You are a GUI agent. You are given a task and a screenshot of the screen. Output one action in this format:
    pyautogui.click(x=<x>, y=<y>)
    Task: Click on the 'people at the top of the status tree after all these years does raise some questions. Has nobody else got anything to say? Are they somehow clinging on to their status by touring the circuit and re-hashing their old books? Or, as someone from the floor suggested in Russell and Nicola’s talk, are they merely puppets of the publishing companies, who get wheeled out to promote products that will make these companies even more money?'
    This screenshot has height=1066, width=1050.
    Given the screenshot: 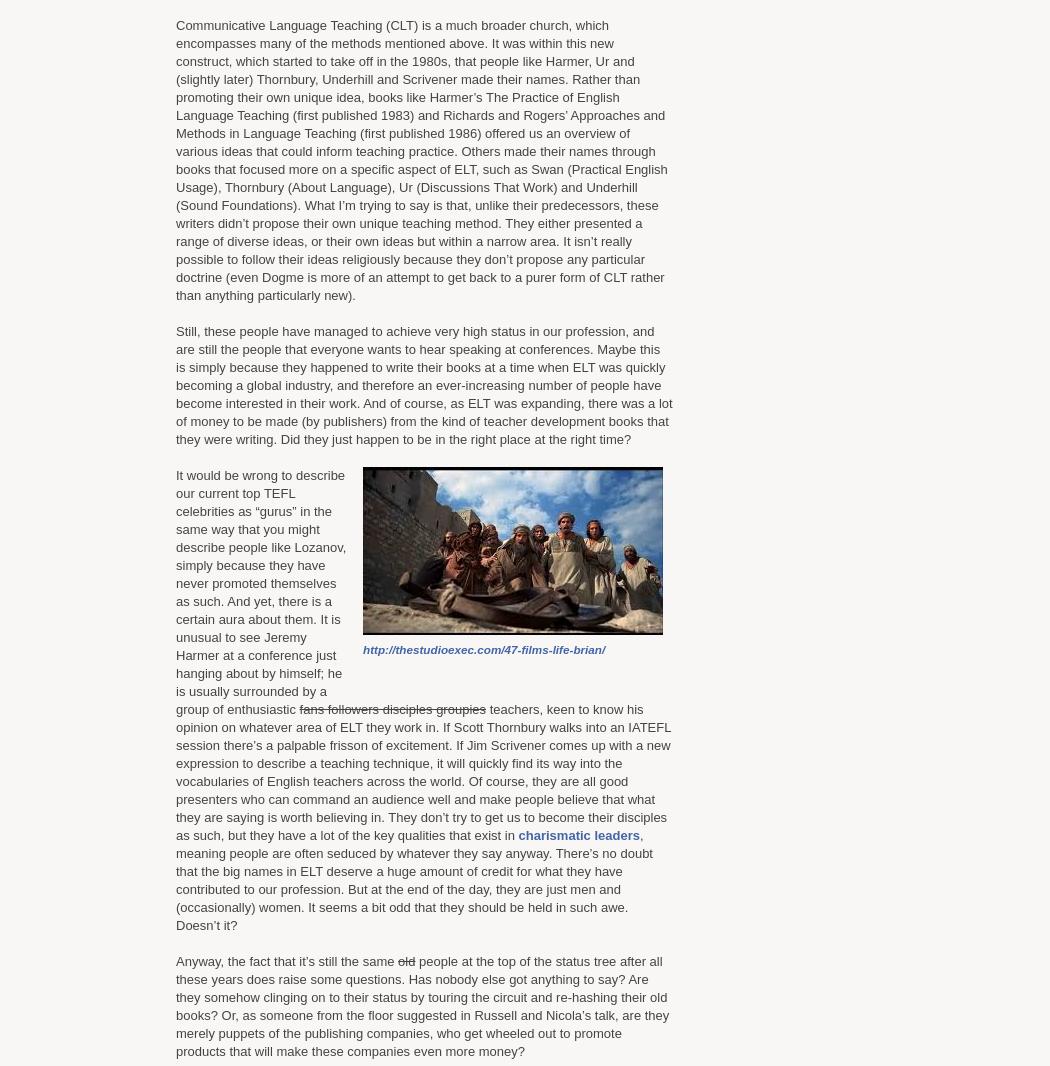 What is the action you would take?
    pyautogui.click(x=421, y=1006)
    